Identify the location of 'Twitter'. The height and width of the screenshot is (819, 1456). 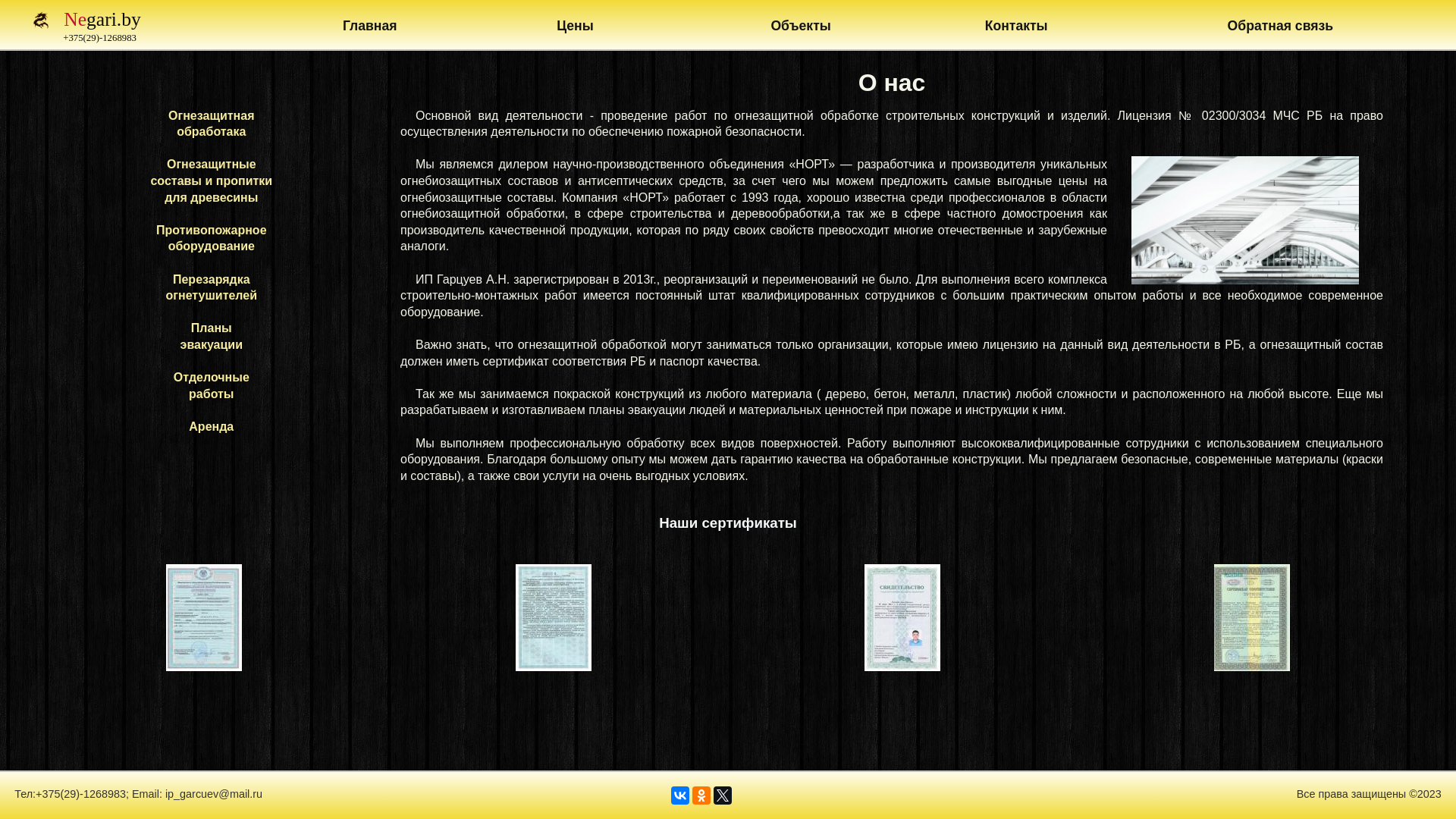
(722, 795).